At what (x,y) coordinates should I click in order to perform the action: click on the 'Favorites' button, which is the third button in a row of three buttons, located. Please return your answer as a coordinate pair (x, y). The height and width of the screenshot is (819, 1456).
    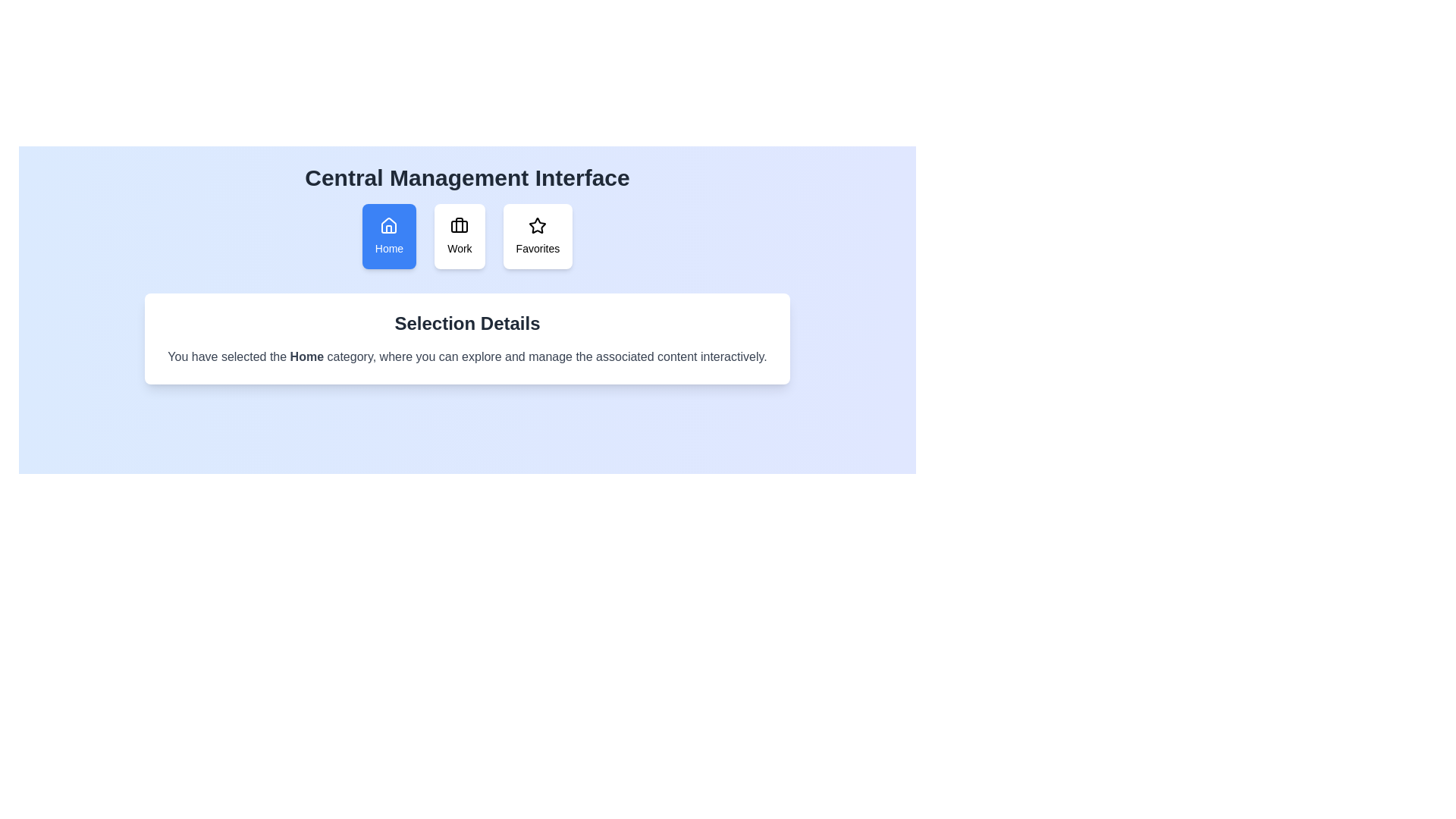
    Looking at the image, I should click on (538, 237).